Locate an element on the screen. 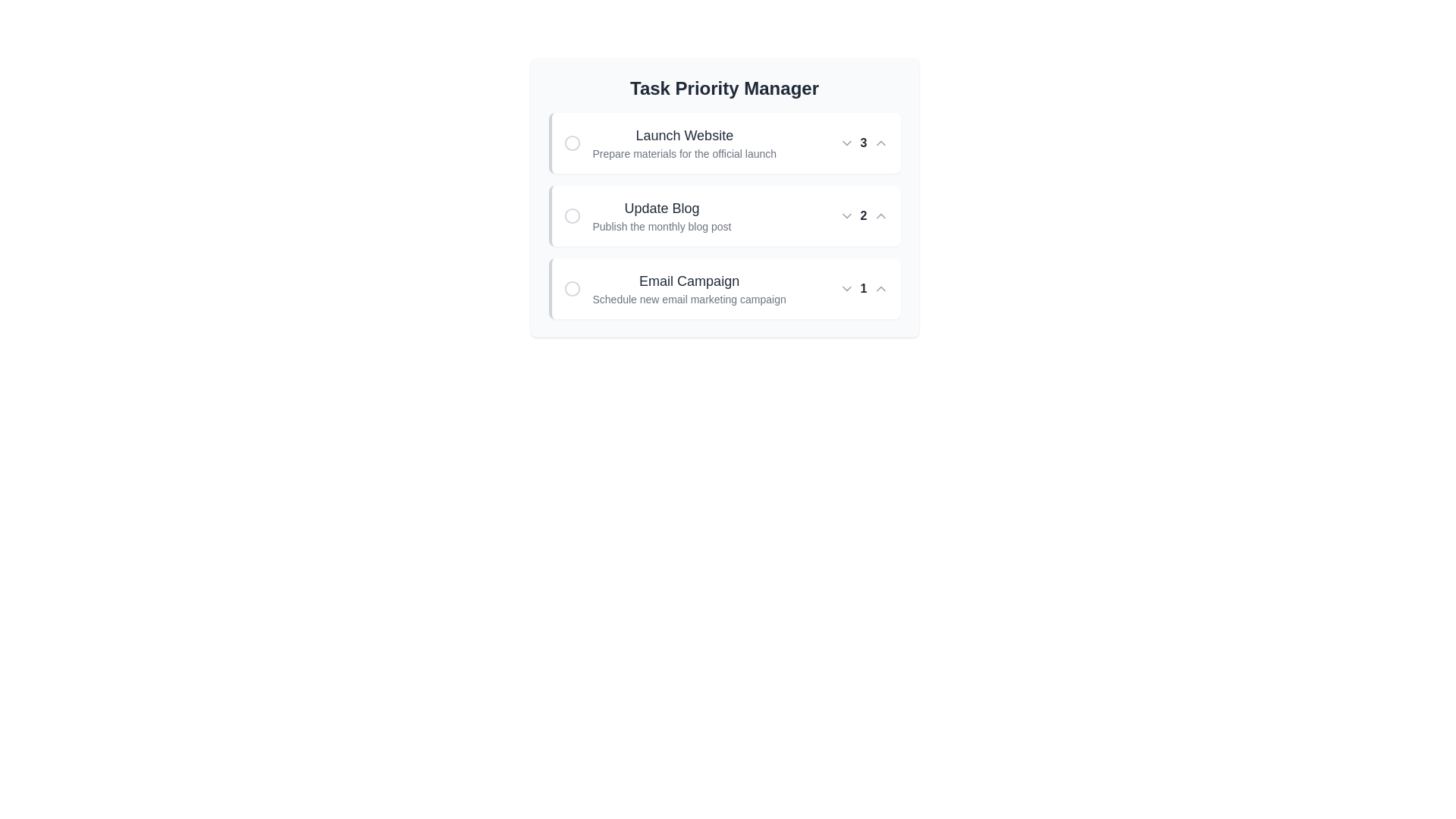 Image resolution: width=1456 pixels, height=819 pixels. the downward-pointing chevron icon styled with a gray color scheme located beside the number '2' in the 'Update Blog' task block is located at coordinates (846, 216).